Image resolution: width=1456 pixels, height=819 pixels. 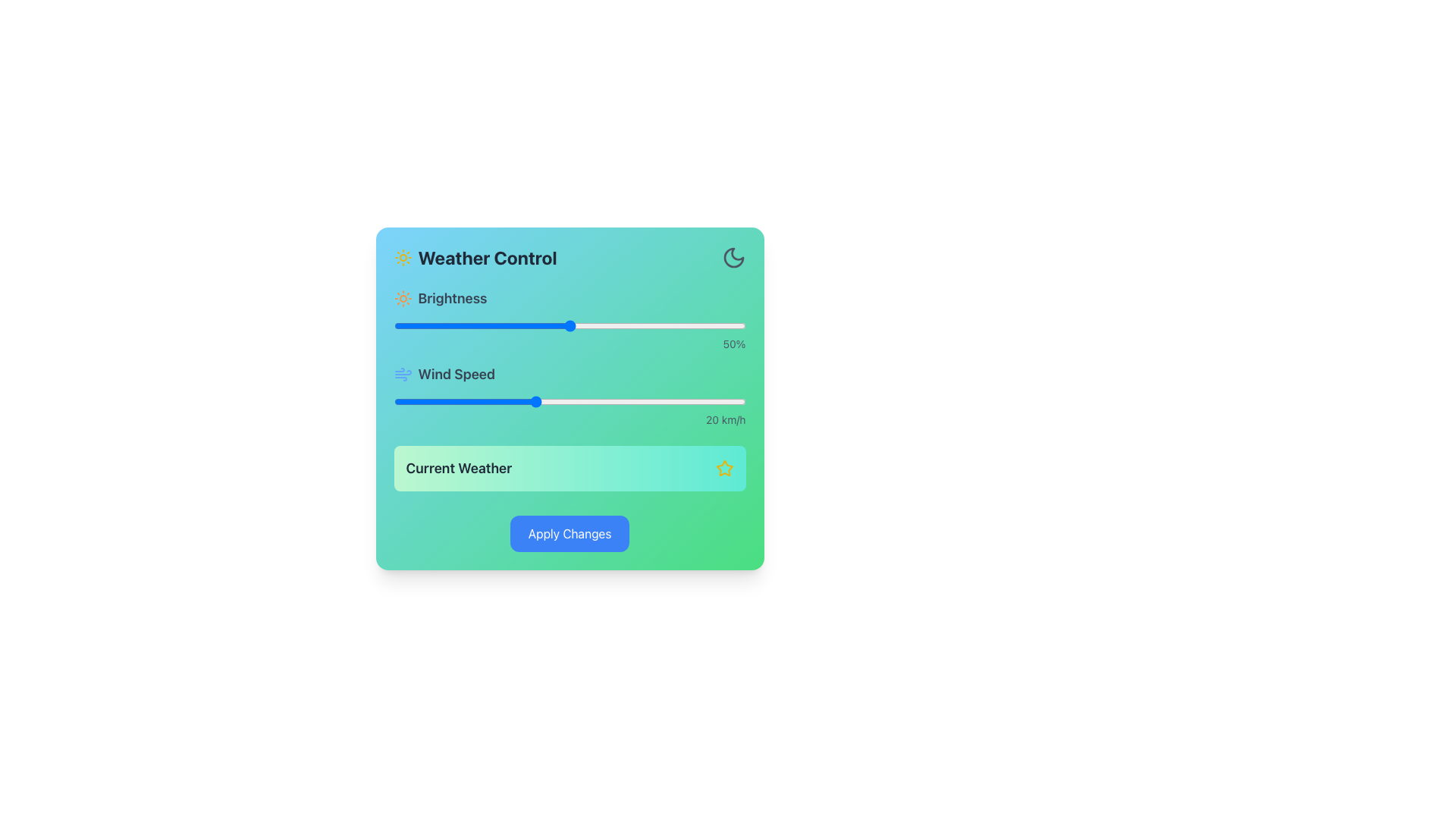 I want to click on brightness, so click(x=626, y=325).